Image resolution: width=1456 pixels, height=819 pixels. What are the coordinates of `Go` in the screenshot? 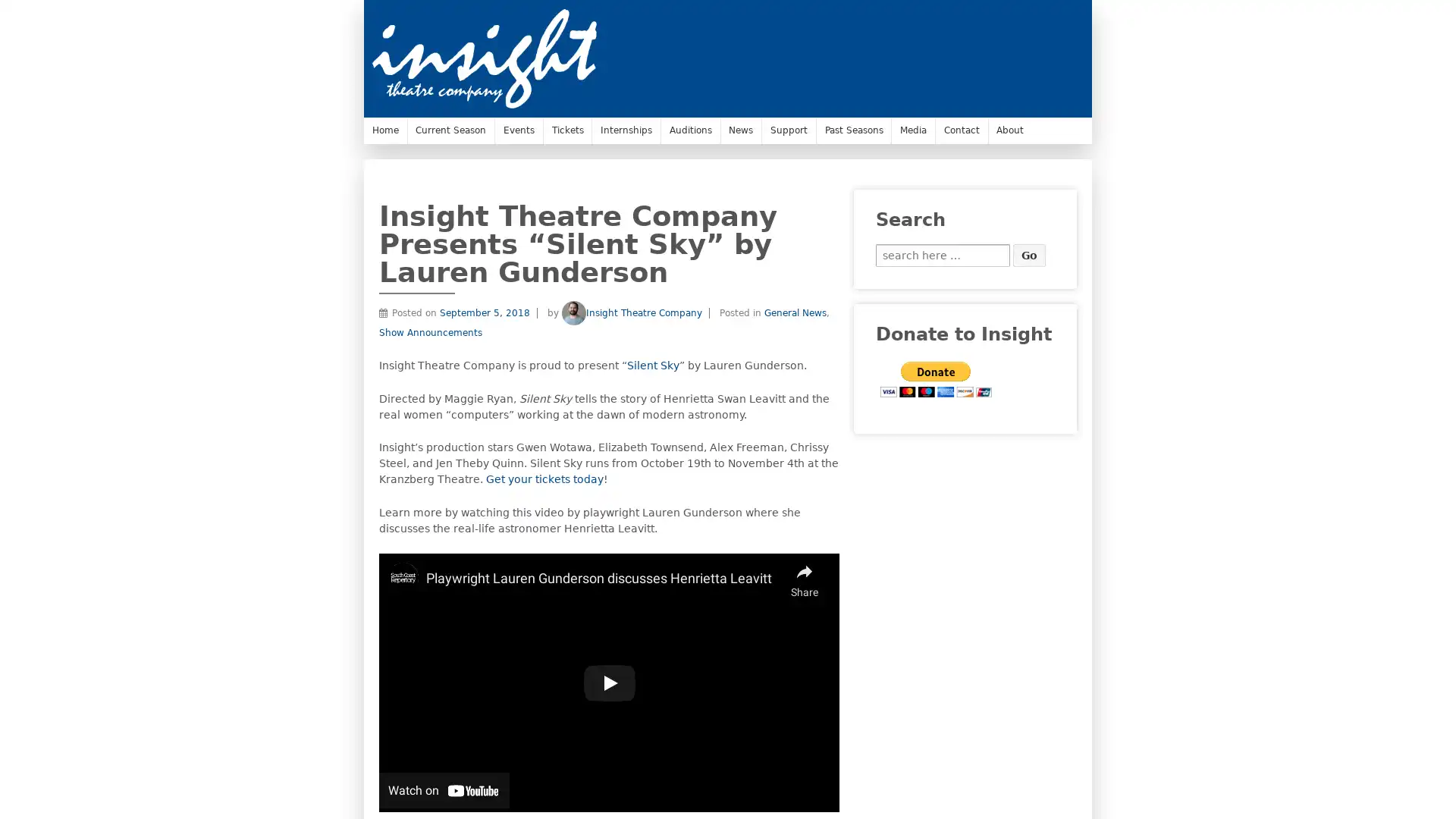 It's located at (1029, 254).